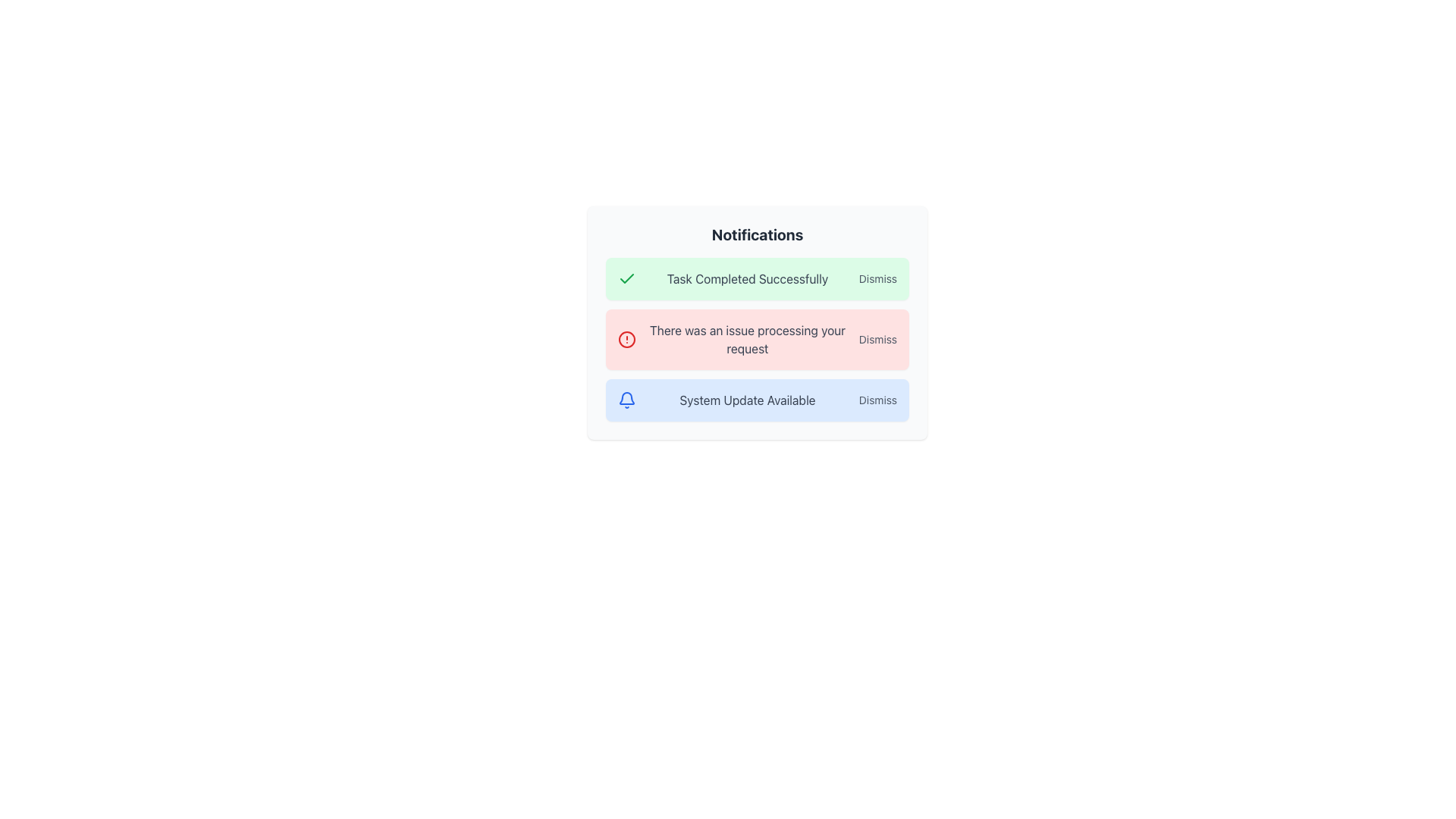 Image resolution: width=1456 pixels, height=819 pixels. Describe the element at coordinates (626, 278) in the screenshot. I see `the checkmark icon indicating task completion, located on the left side of the green notification box aligned with the text 'Task Completed Successfully.'` at that location.